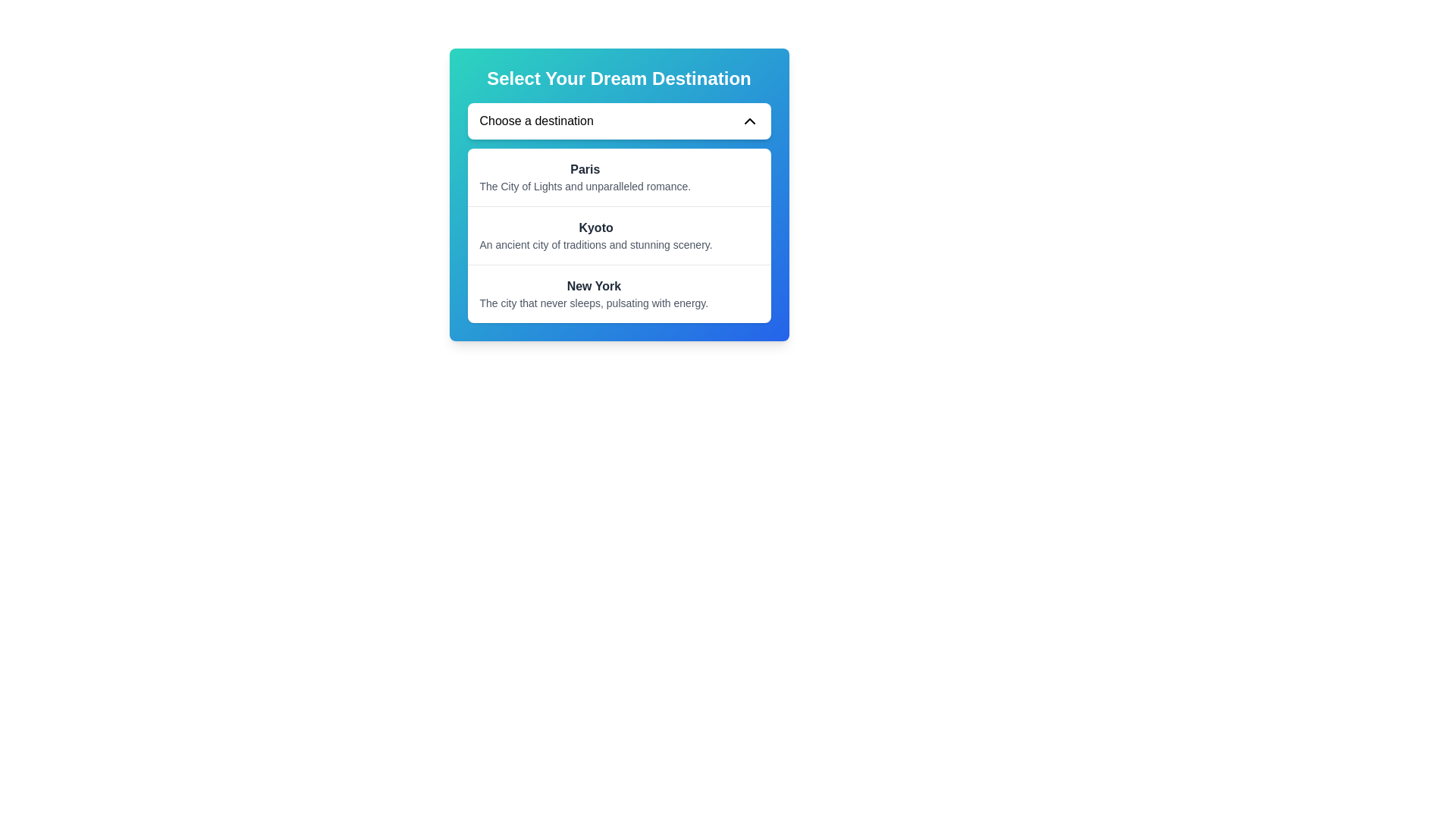 The image size is (1456, 819). What do you see at coordinates (619, 293) in the screenshot?
I see `the selectable list item titled 'New York', which features a bold title and is the third item in the list under 'Select Your Dream Destination'` at bounding box center [619, 293].